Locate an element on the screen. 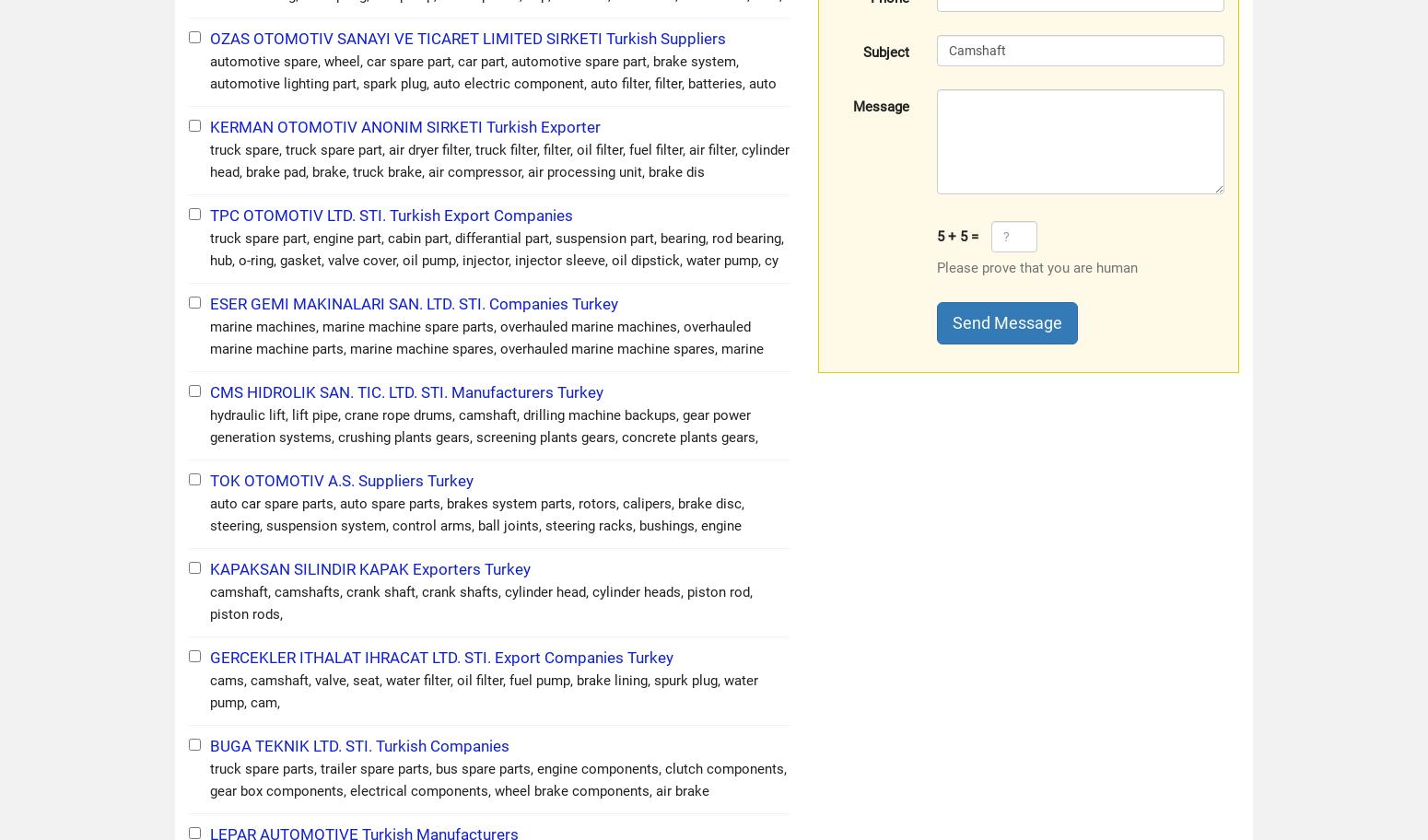 The image size is (1428, 840). 'truck spare parts, trailer spare parts, bus spare parts, engine components, clutch components, gear box components, electrical components, wheel brake components, air brake components, brake component' is located at coordinates (497, 790).